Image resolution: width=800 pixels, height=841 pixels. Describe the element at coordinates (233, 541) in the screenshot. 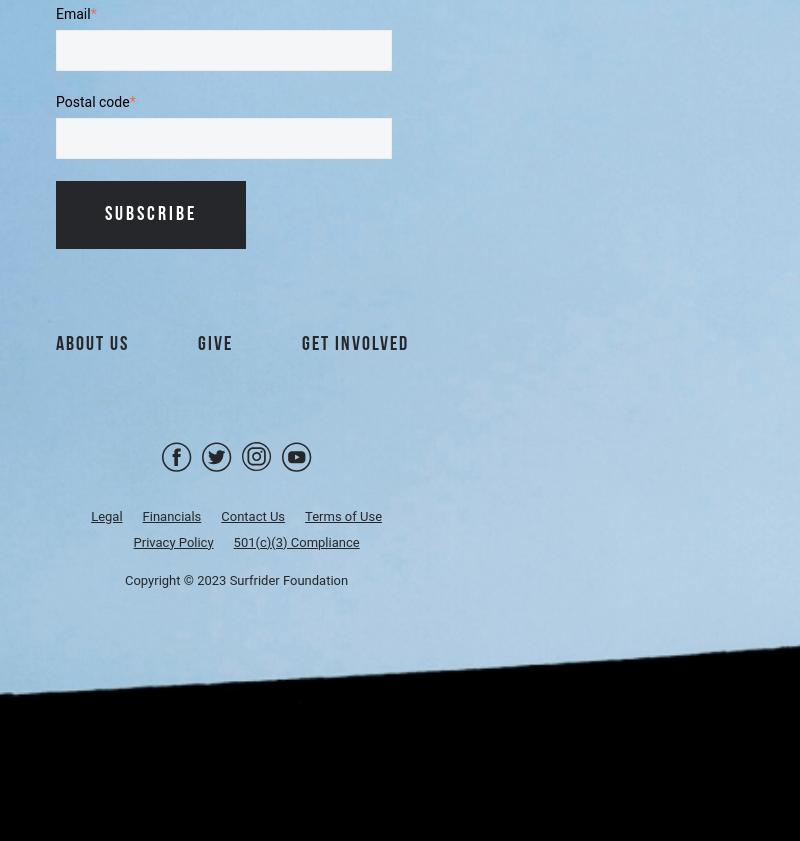

I see `'501(c)(3) Compliance'` at that location.